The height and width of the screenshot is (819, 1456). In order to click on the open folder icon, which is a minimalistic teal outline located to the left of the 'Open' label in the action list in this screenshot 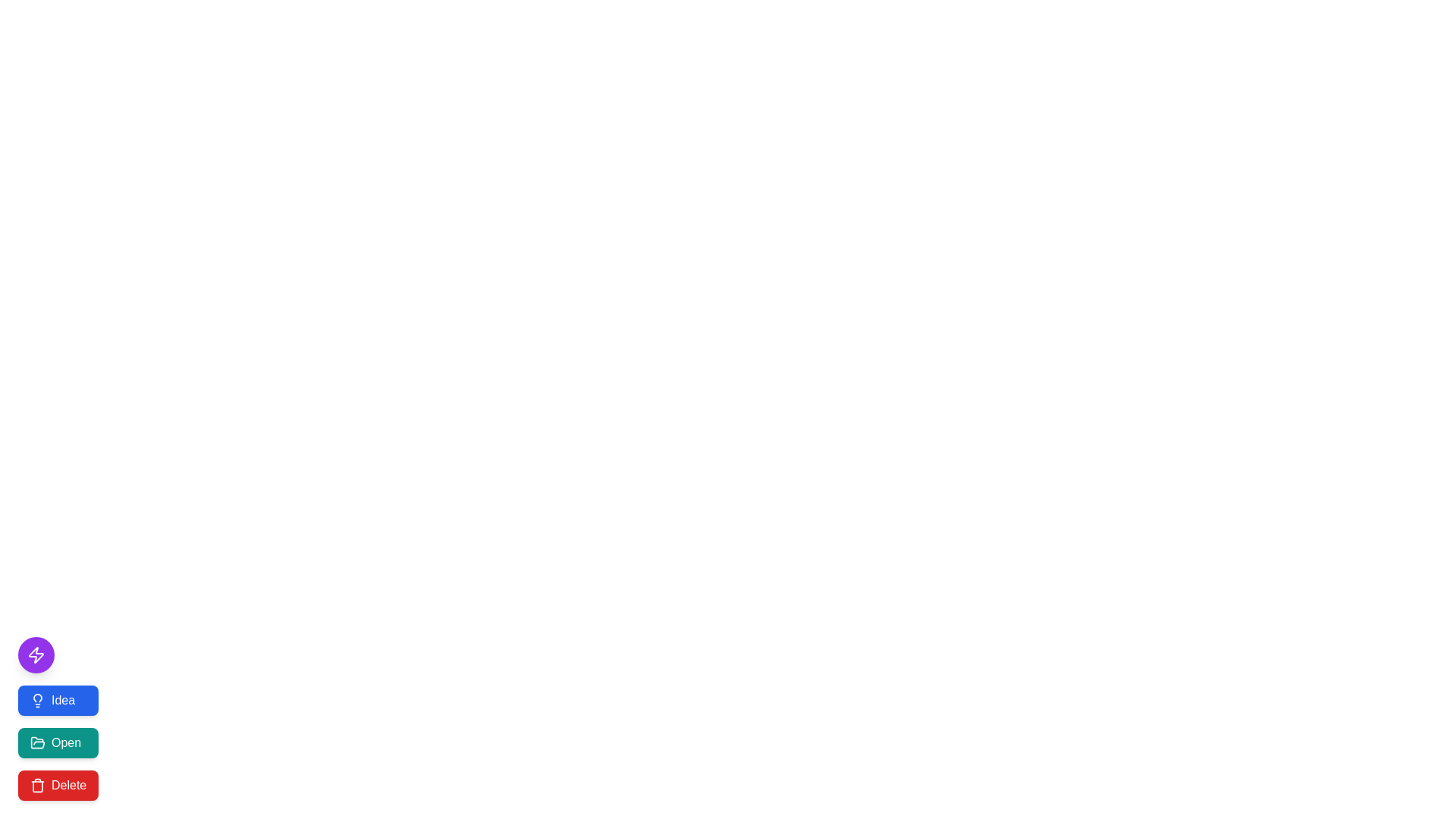, I will do `click(37, 742)`.